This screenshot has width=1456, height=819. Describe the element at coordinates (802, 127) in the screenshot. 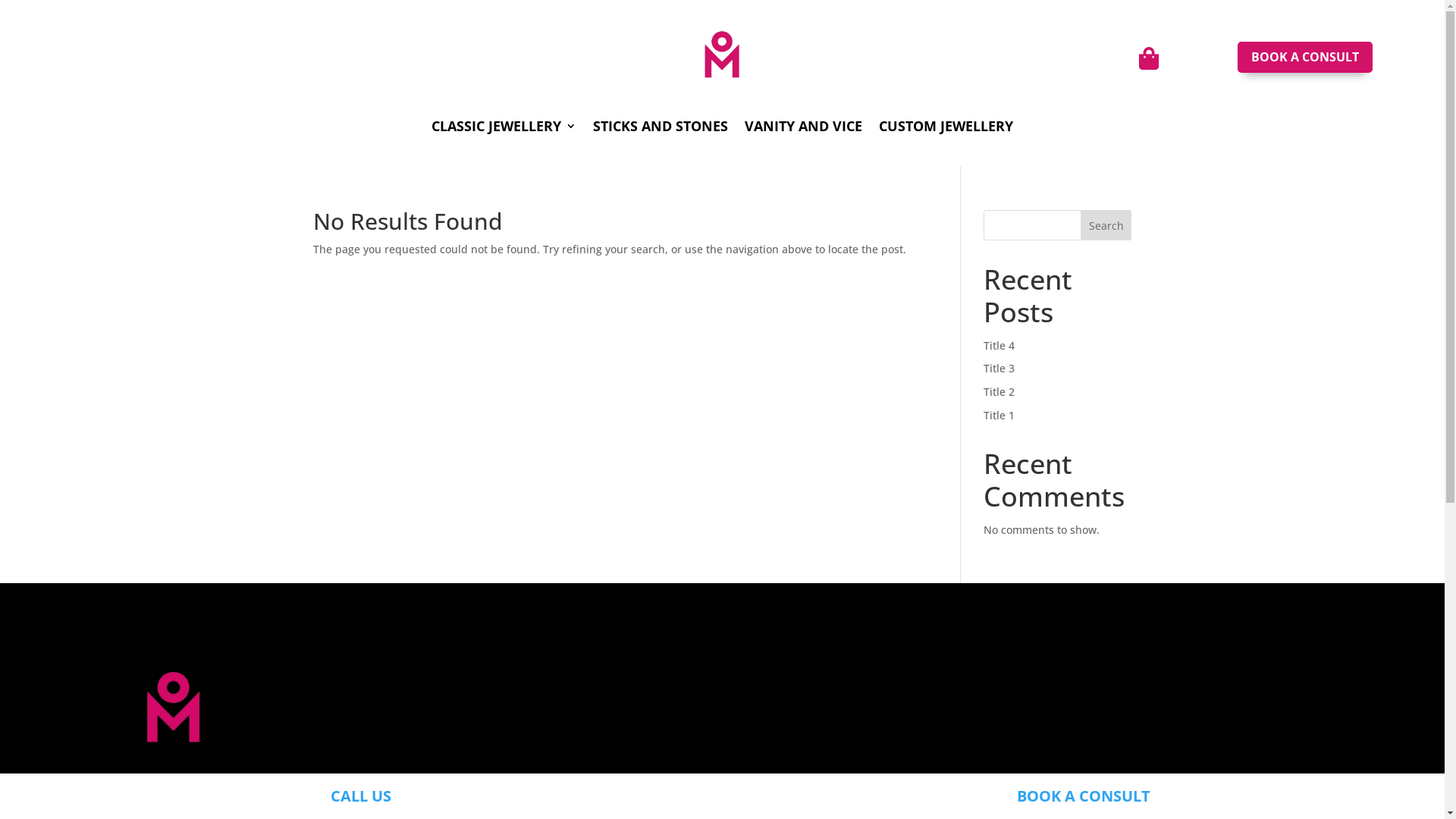

I see `'VANITY AND VICE'` at that location.